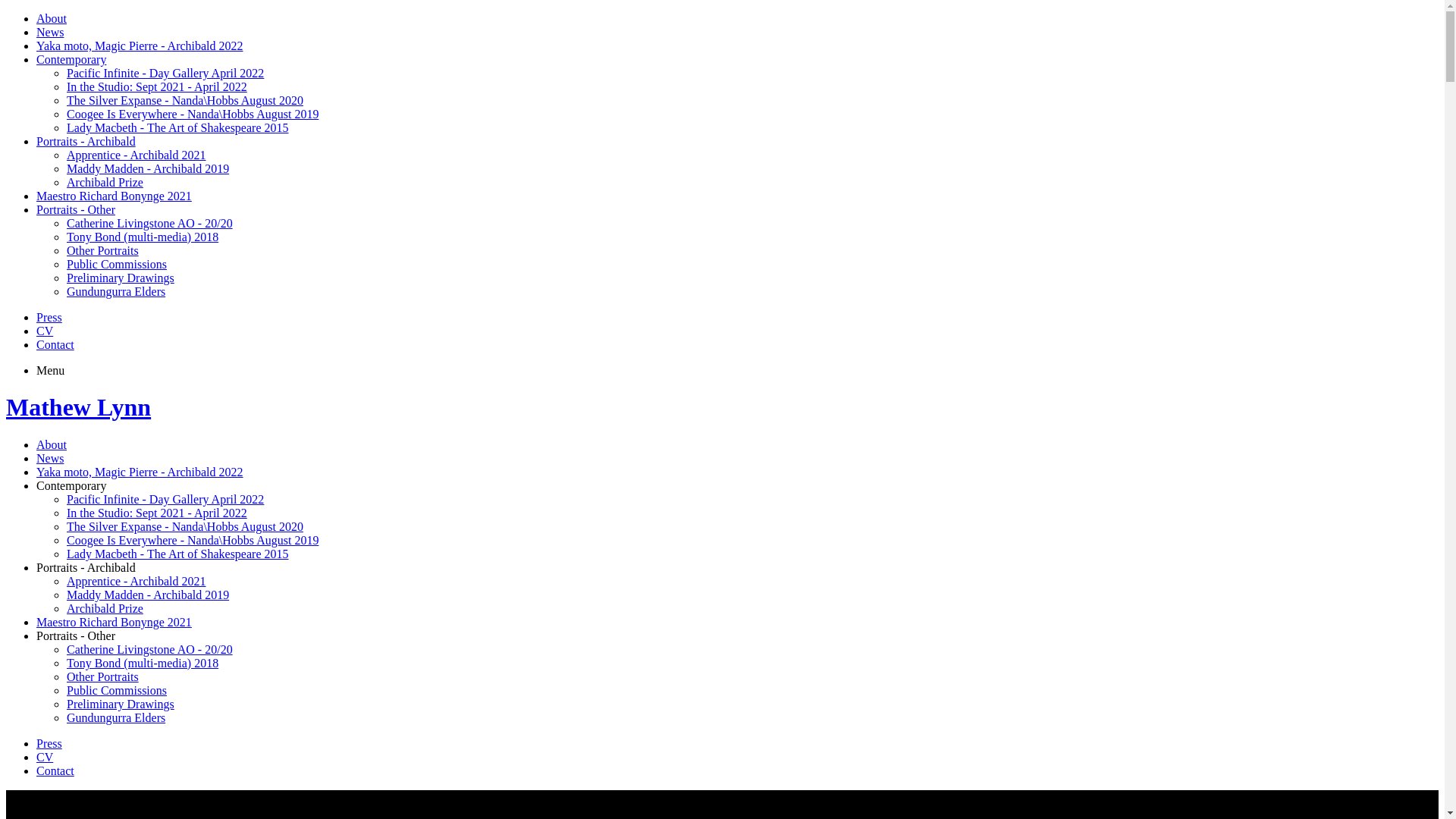 The image size is (1456, 819). What do you see at coordinates (113, 195) in the screenshot?
I see `'Maestro Richard Bonynge 2021'` at bounding box center [113, 195].